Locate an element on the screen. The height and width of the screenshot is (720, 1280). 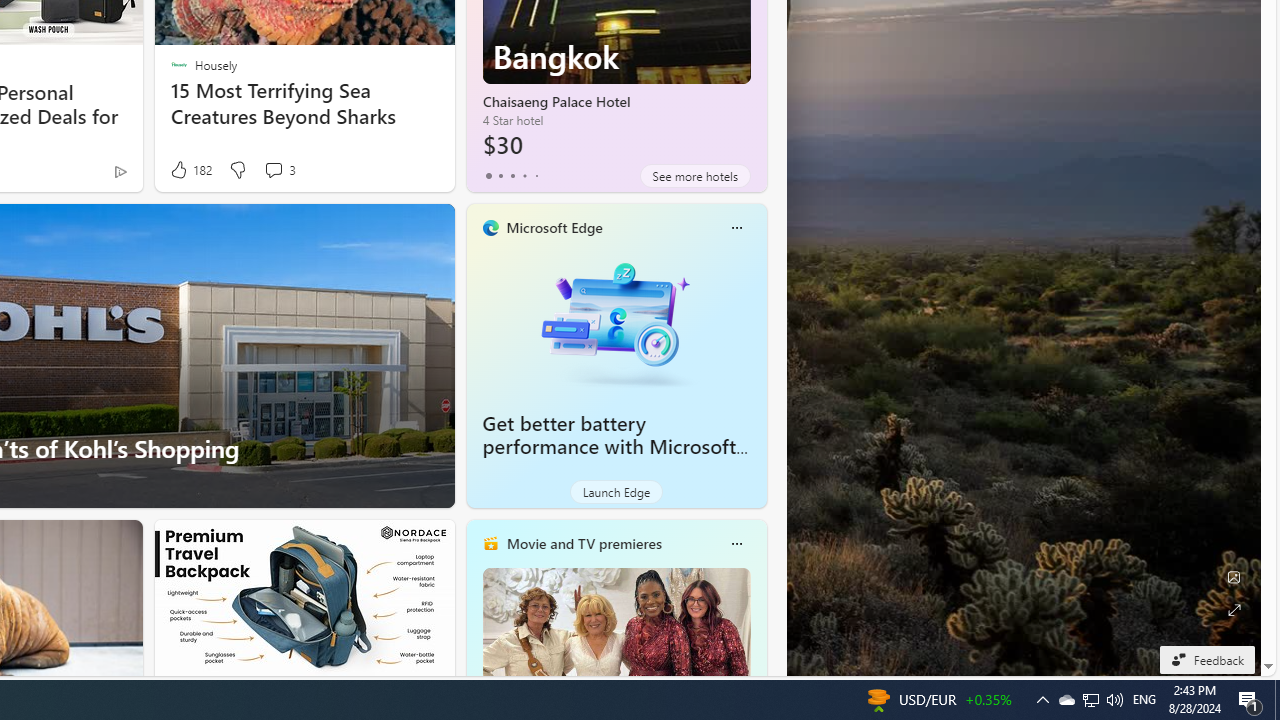
'tab-1' is located at coordinates (500, 175).